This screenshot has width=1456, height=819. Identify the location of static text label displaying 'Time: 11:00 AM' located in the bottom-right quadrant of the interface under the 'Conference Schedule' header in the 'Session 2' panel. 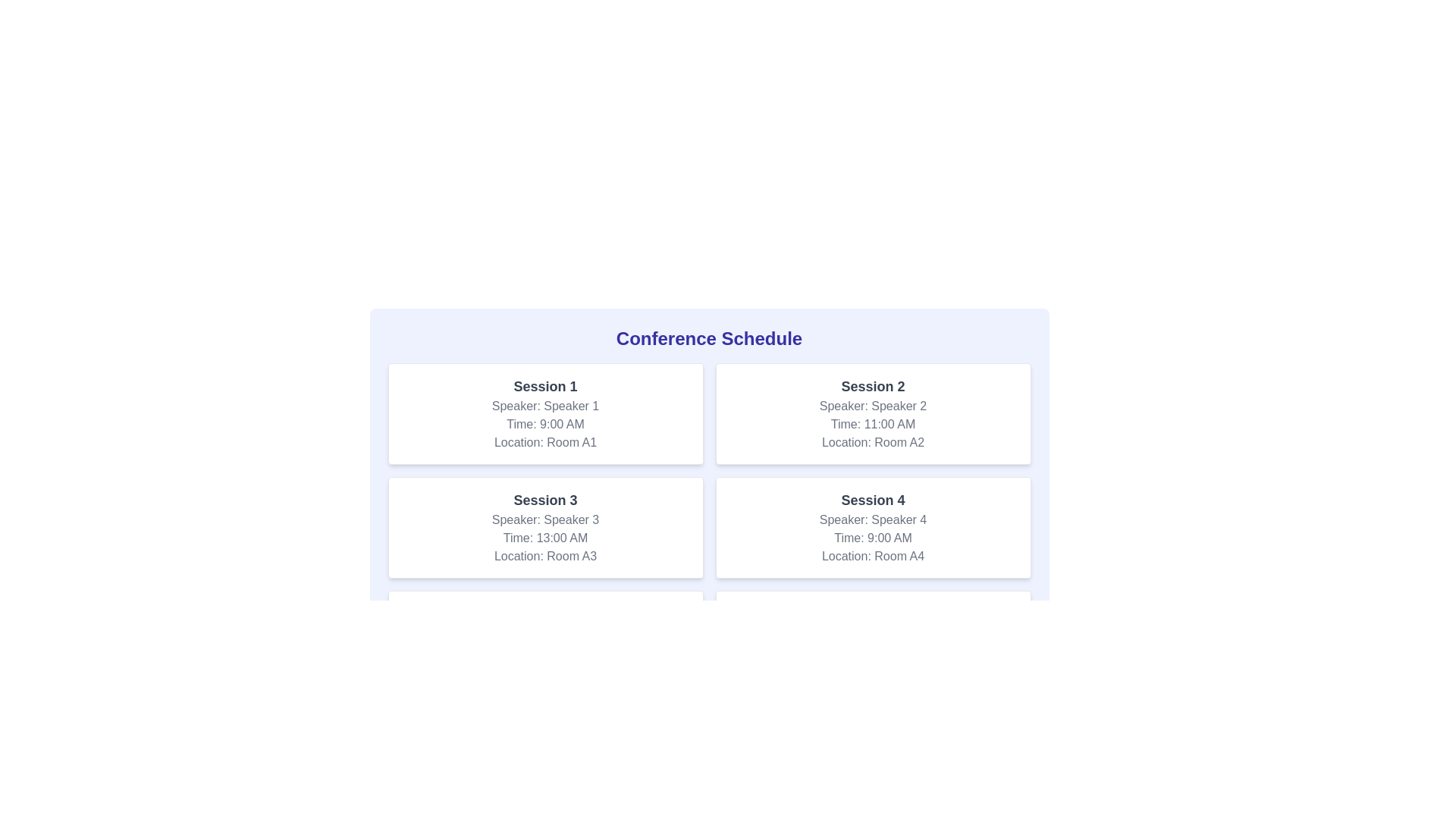
(873, 424).